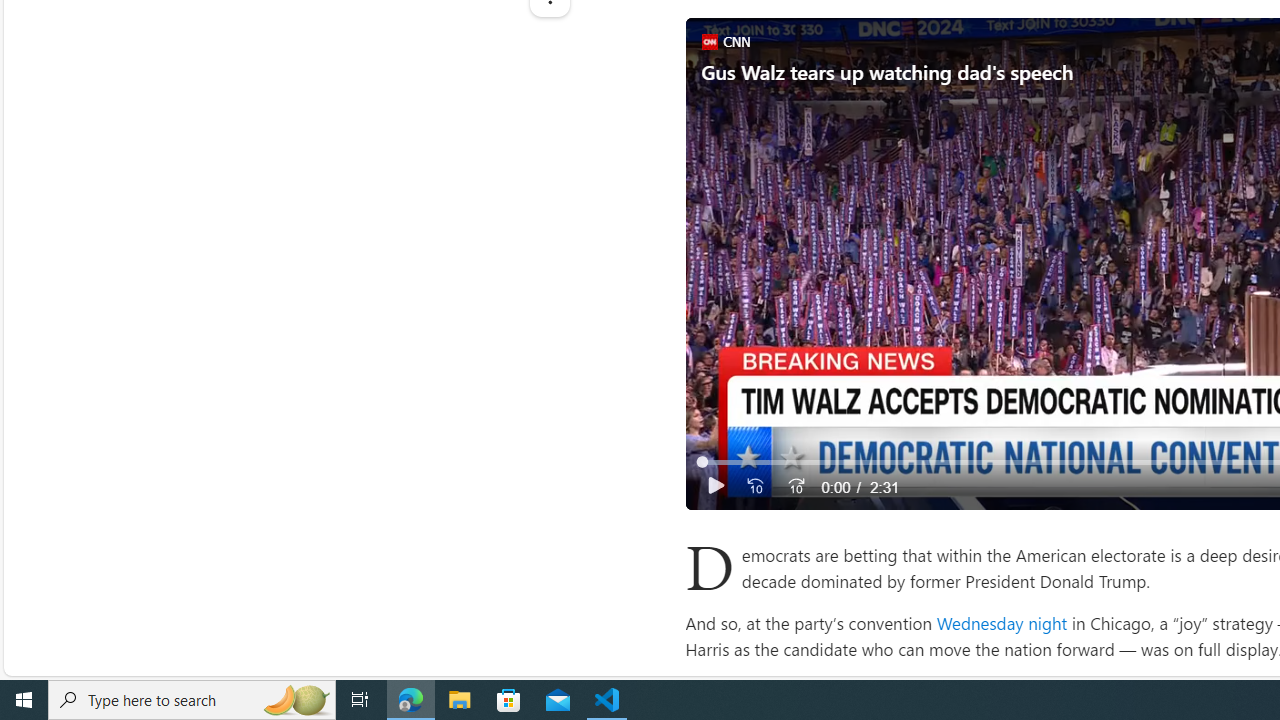  I want to click on 'Wednesday night', so click(1001, 621).